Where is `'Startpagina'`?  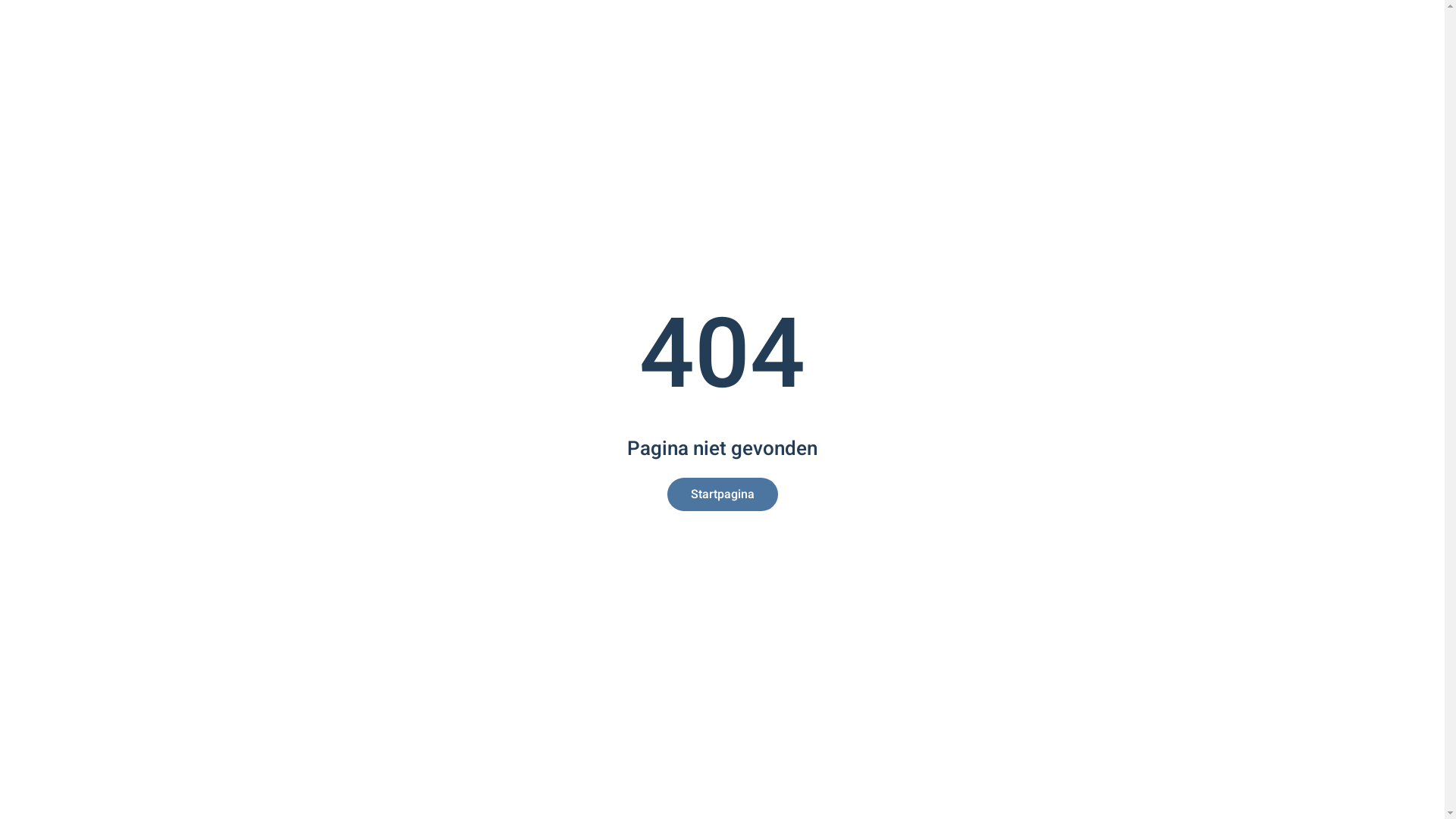 'Startpagina' is located at coordinates (722, 494).